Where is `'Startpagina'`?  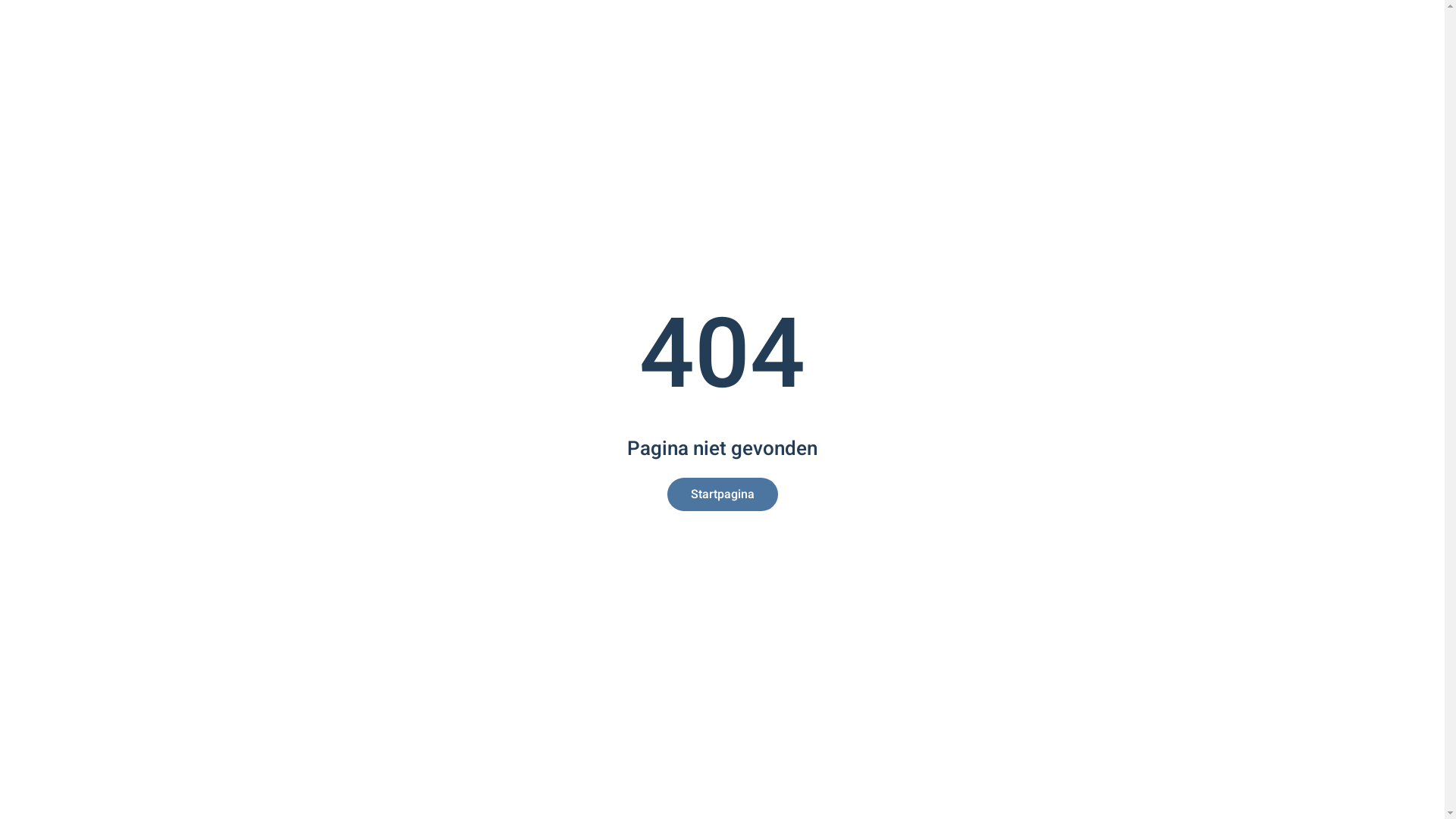 'Startpagina' is located at coordinates (722, 494).